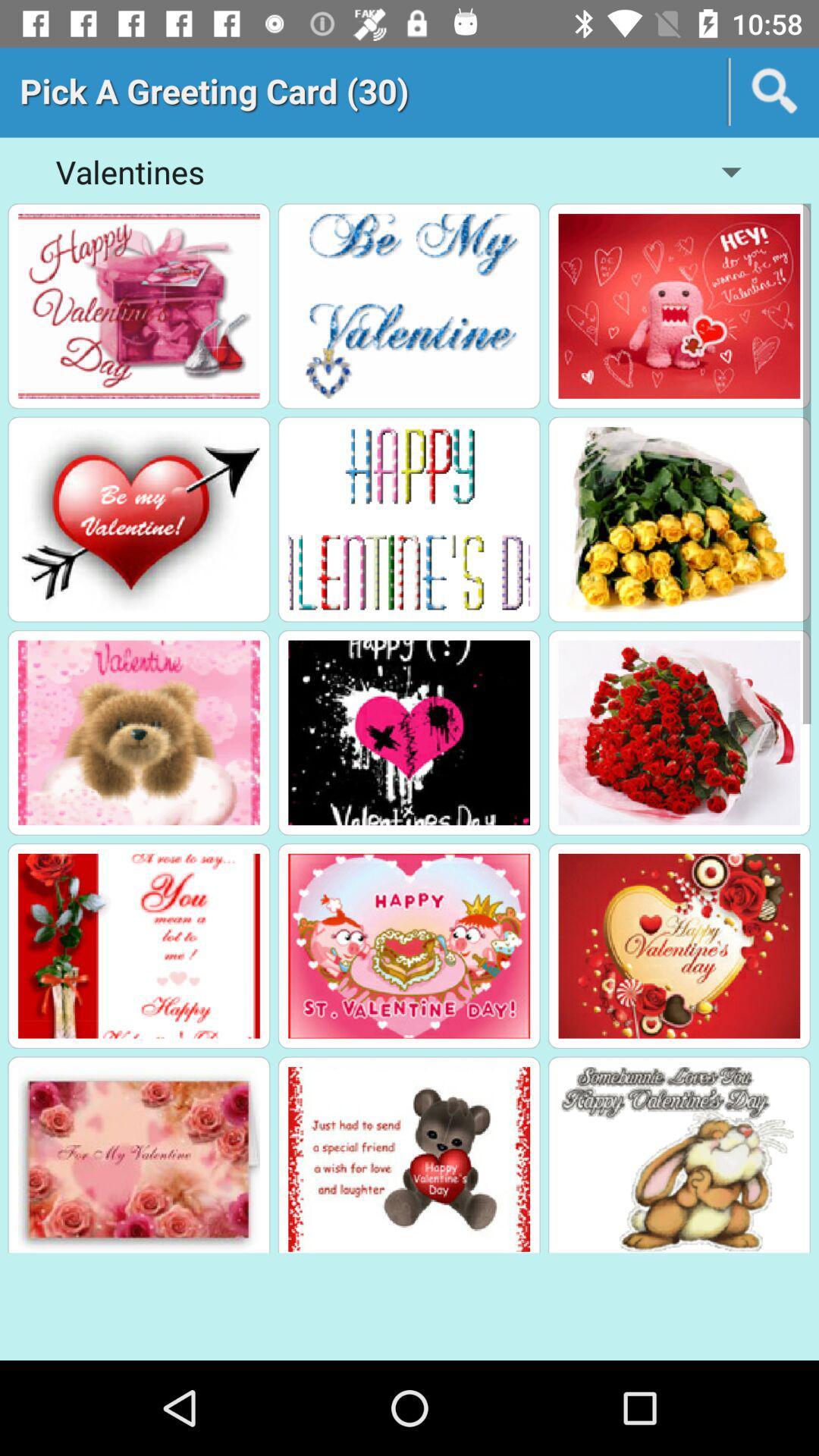  I want to click on open picture, so click(139, 945).